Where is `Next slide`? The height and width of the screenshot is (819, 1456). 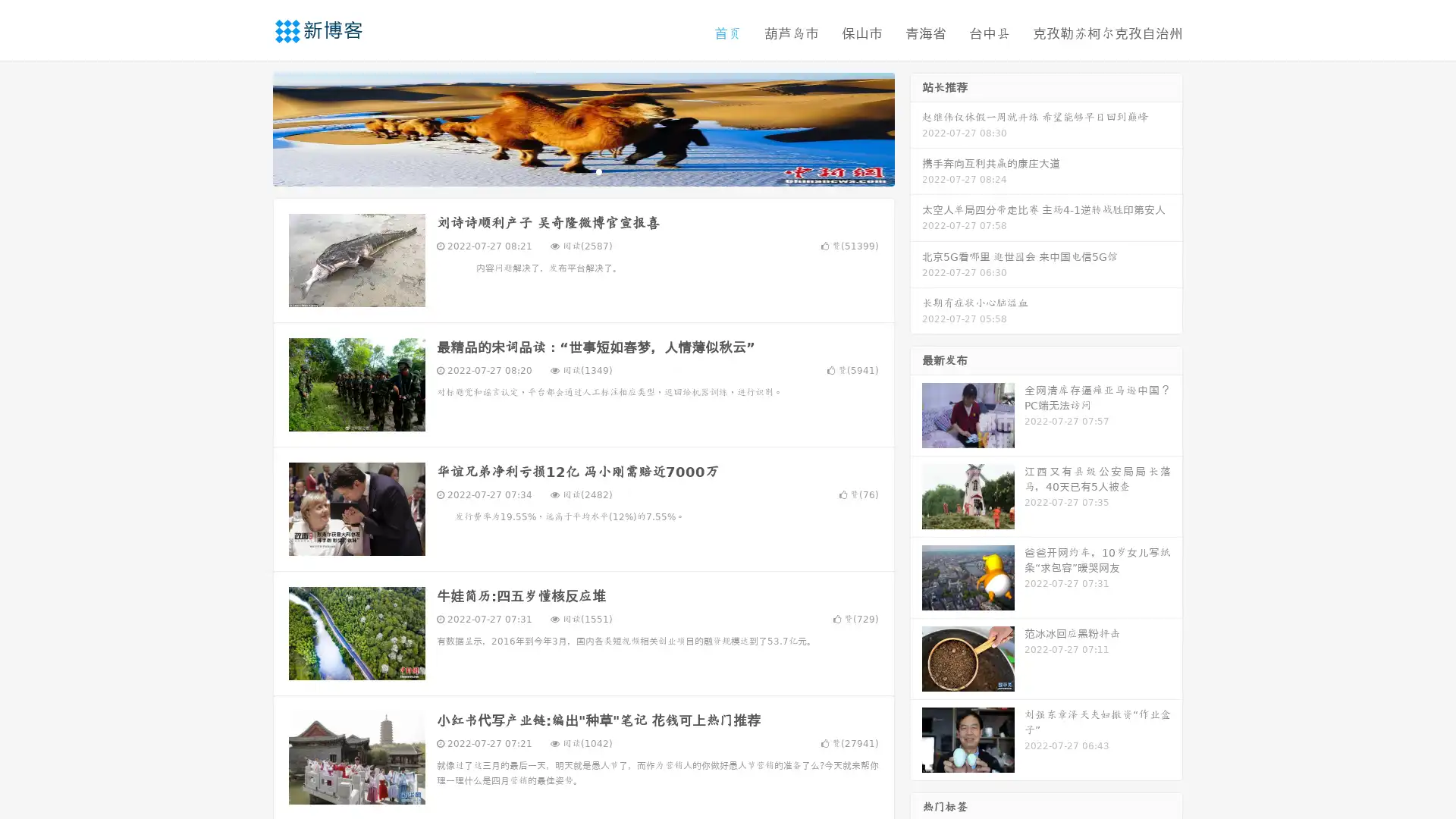
Next slide is located at coordinates (916, 127).